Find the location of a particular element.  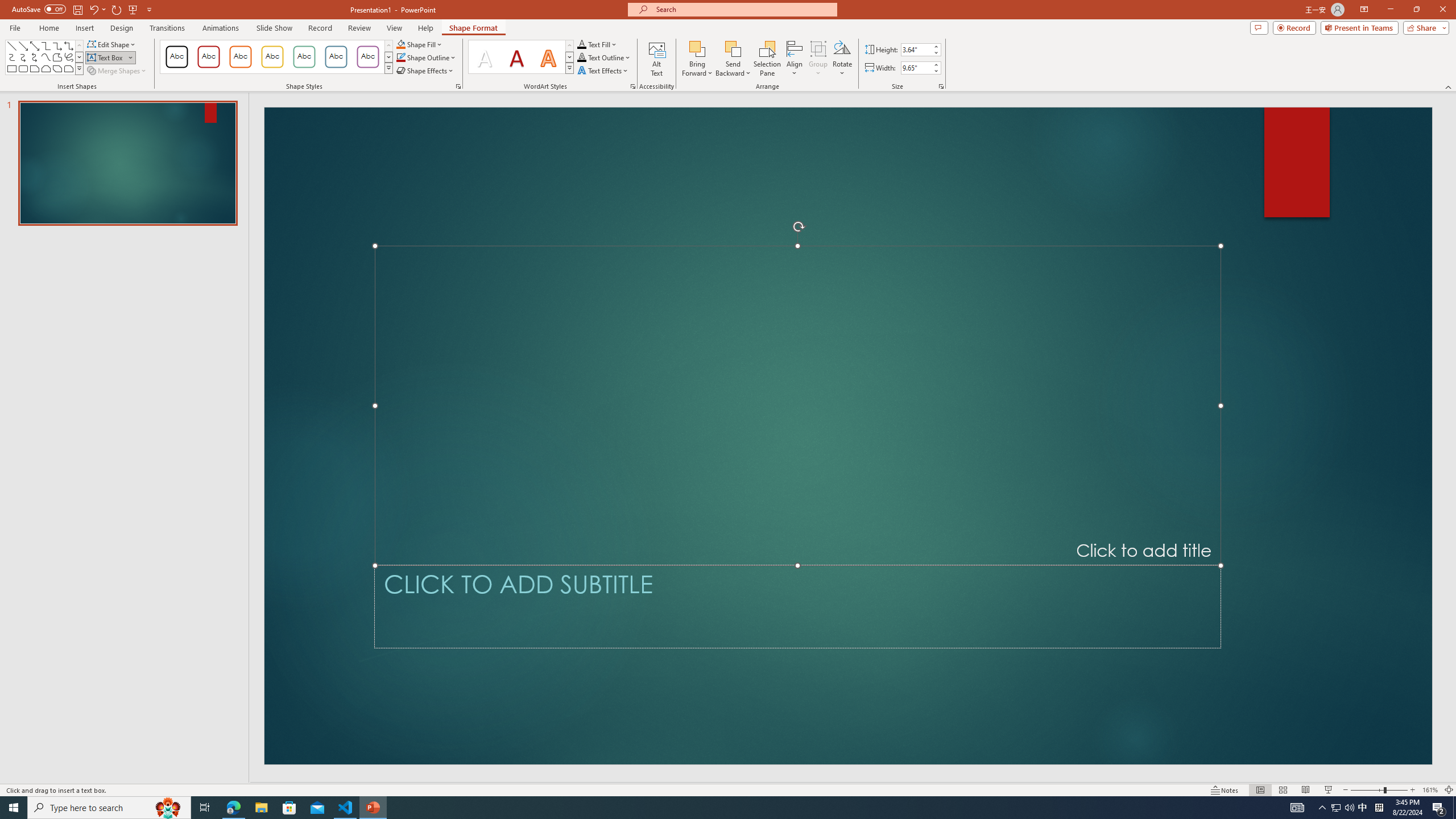

'Text Fill' is located at coordinates (596, 44).